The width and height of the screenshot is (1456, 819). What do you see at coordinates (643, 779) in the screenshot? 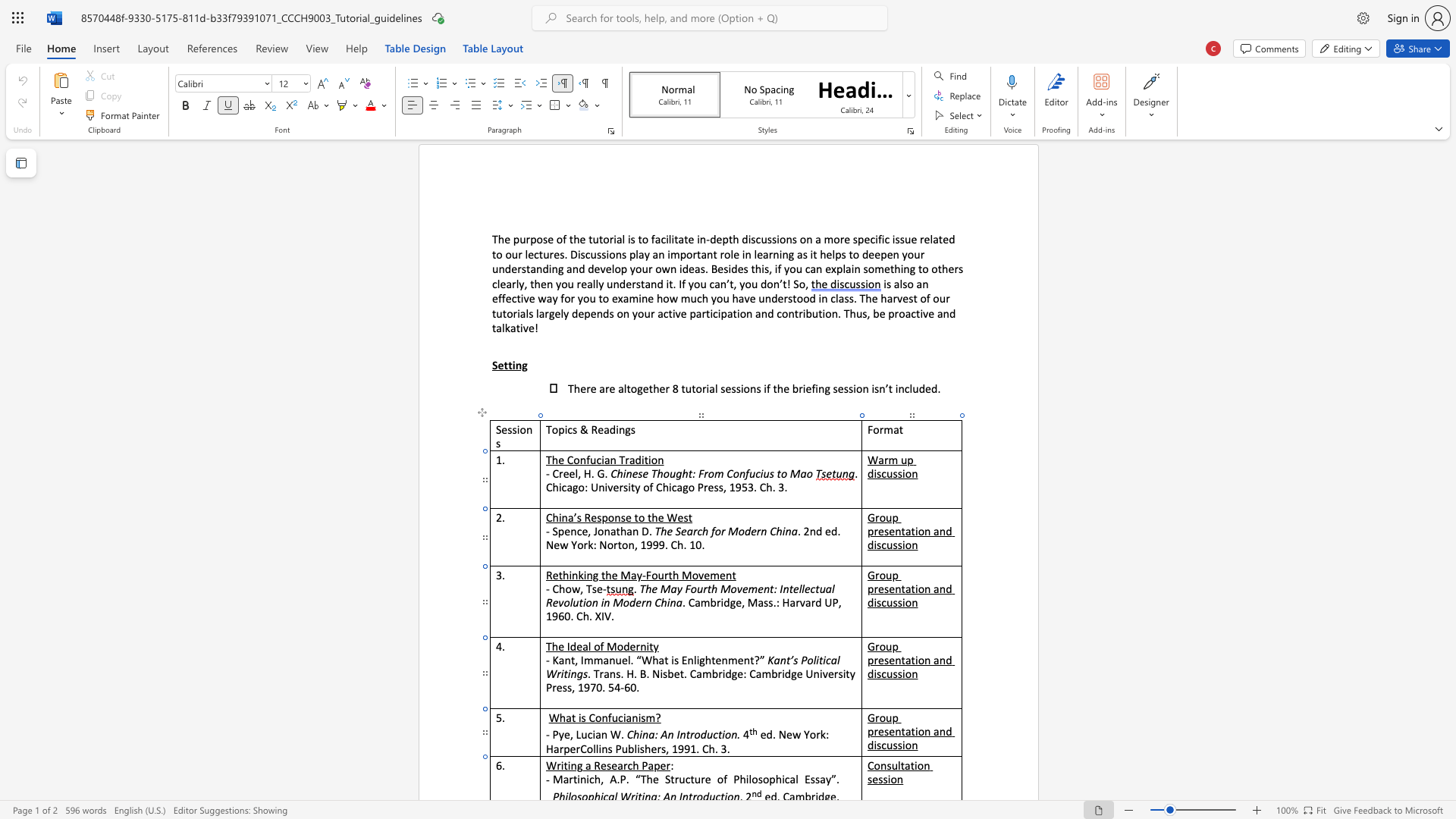
I see `the 1th character "T" in the text` at bounding box center [643, 779].